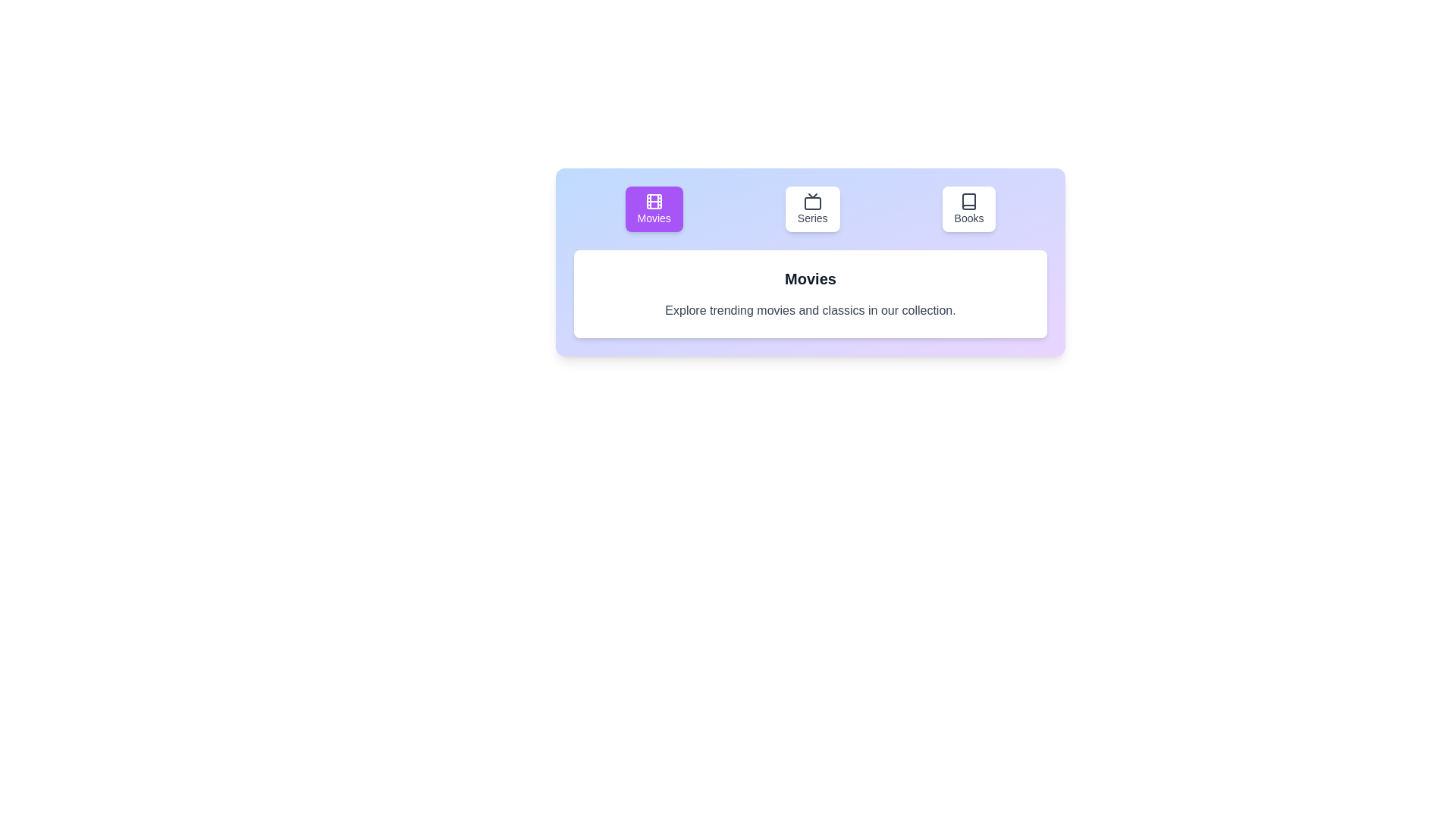 The width and height of the screenshot is (1456, 819). I want to click on the tab labeled Books to observe its hover effect, so click(968, 209).